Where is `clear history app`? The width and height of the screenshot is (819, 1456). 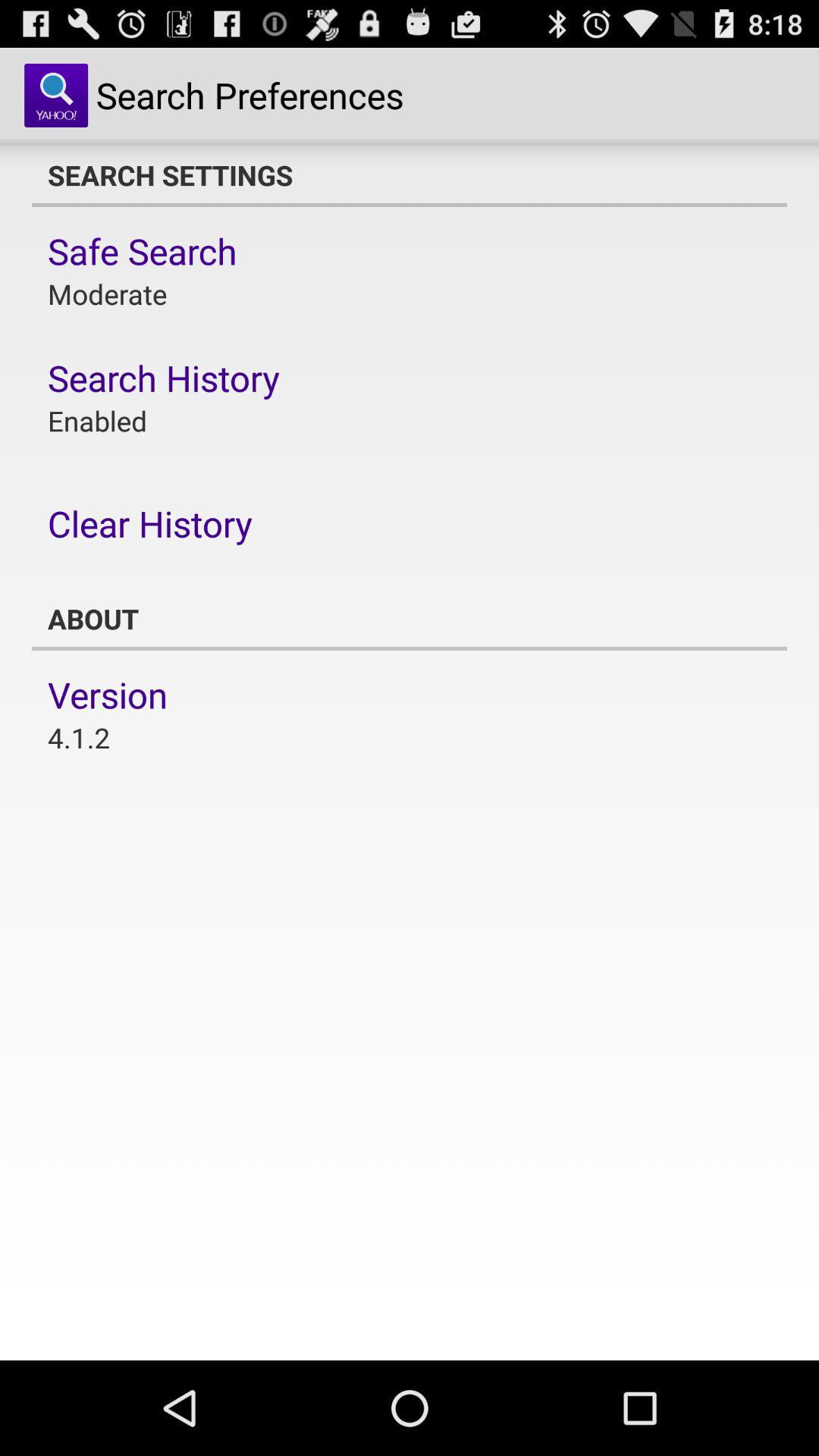 clear history app is located at coordinates (149, 523).